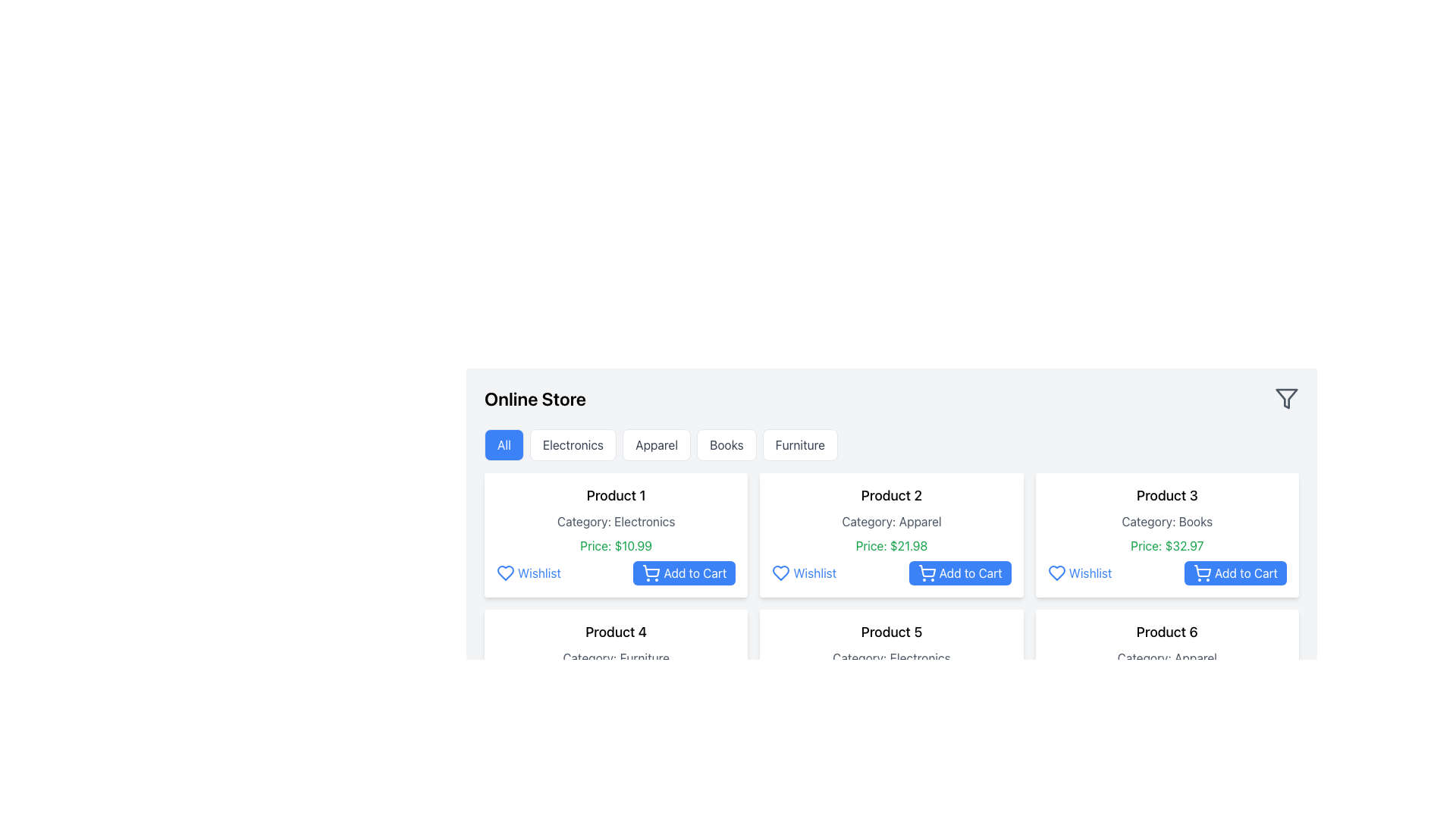  What do you see at coordinates (926, 573) in the screenshot?
I see `the shopping cart icon within the 'Add to Cart' button for the second product from the left in the top row of the product grid` at bounding box center [926, 573].